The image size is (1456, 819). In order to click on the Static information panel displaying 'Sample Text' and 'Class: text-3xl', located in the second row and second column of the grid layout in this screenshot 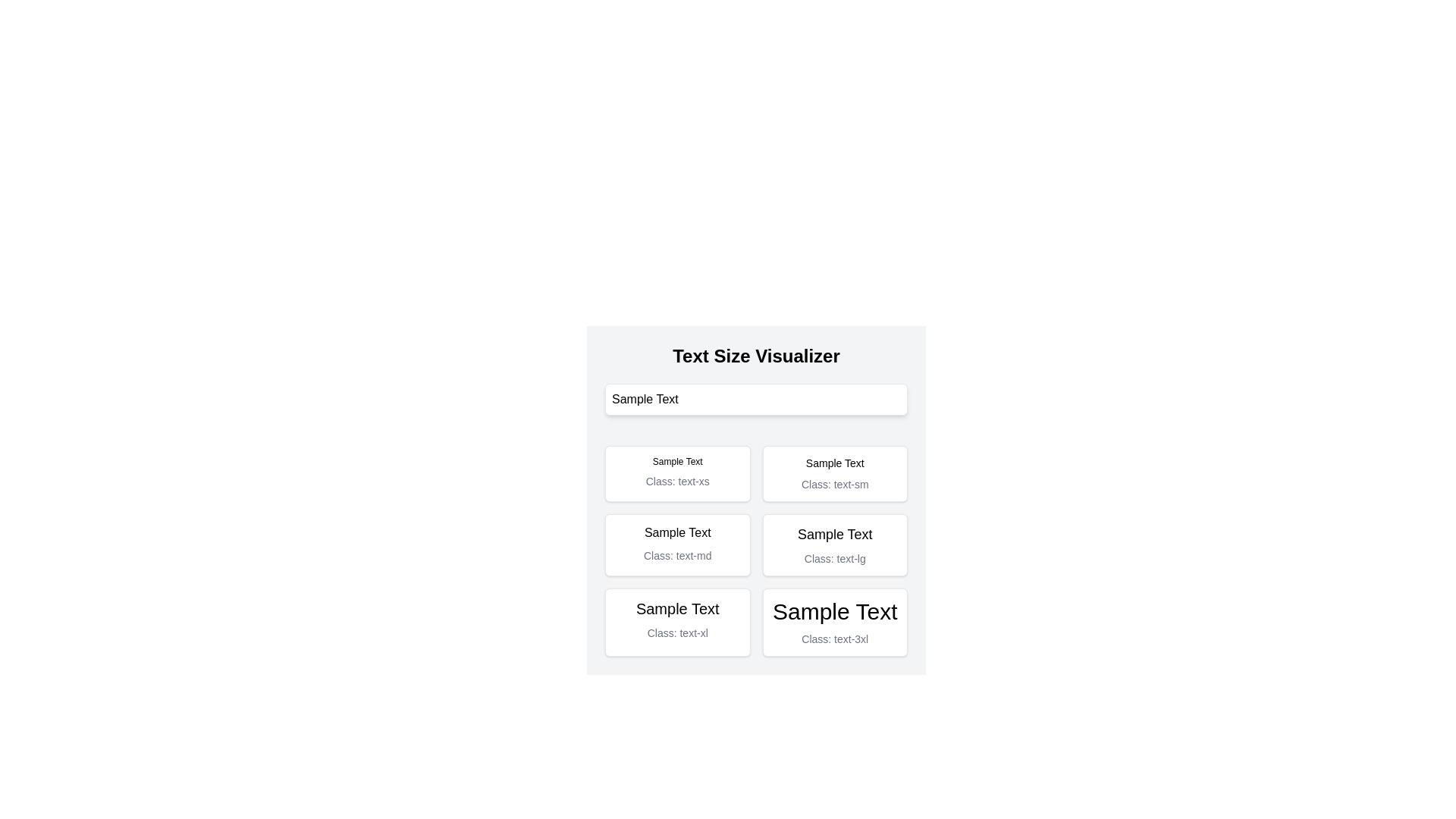, I will do `click(834, 623)`.